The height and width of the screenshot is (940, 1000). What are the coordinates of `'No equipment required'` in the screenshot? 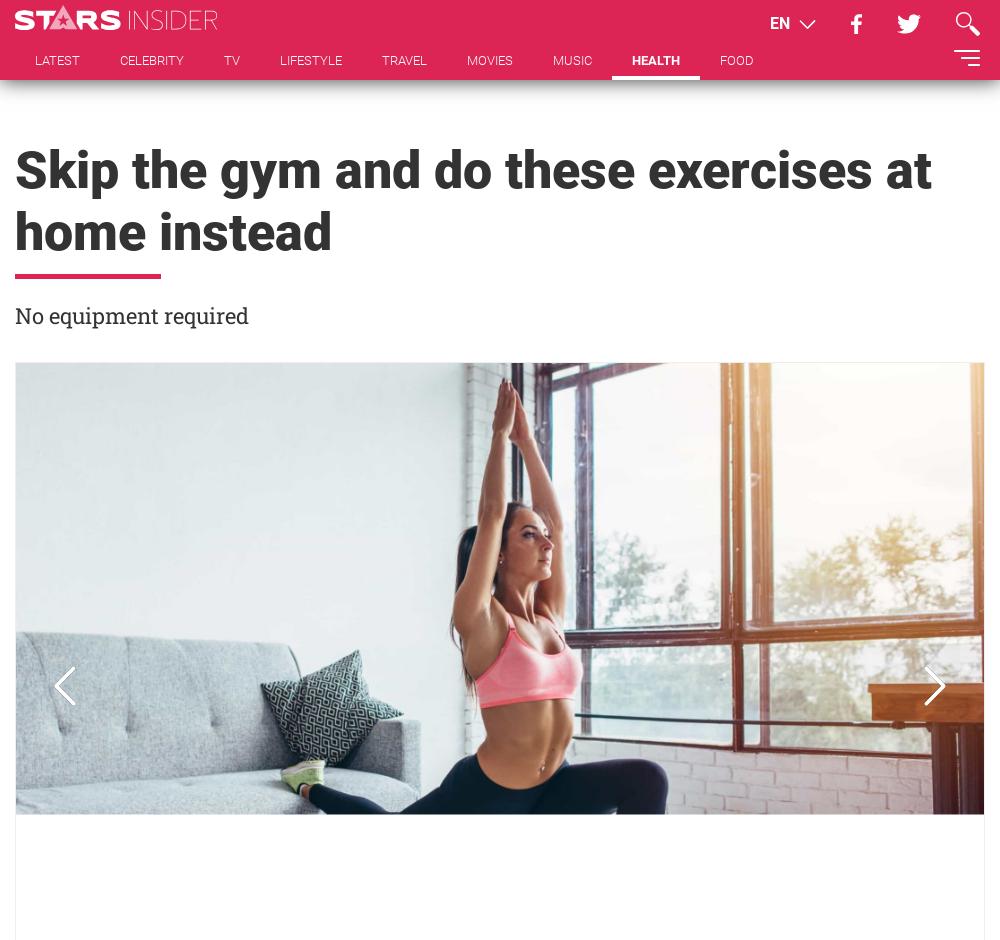 It's located at (132, 315).